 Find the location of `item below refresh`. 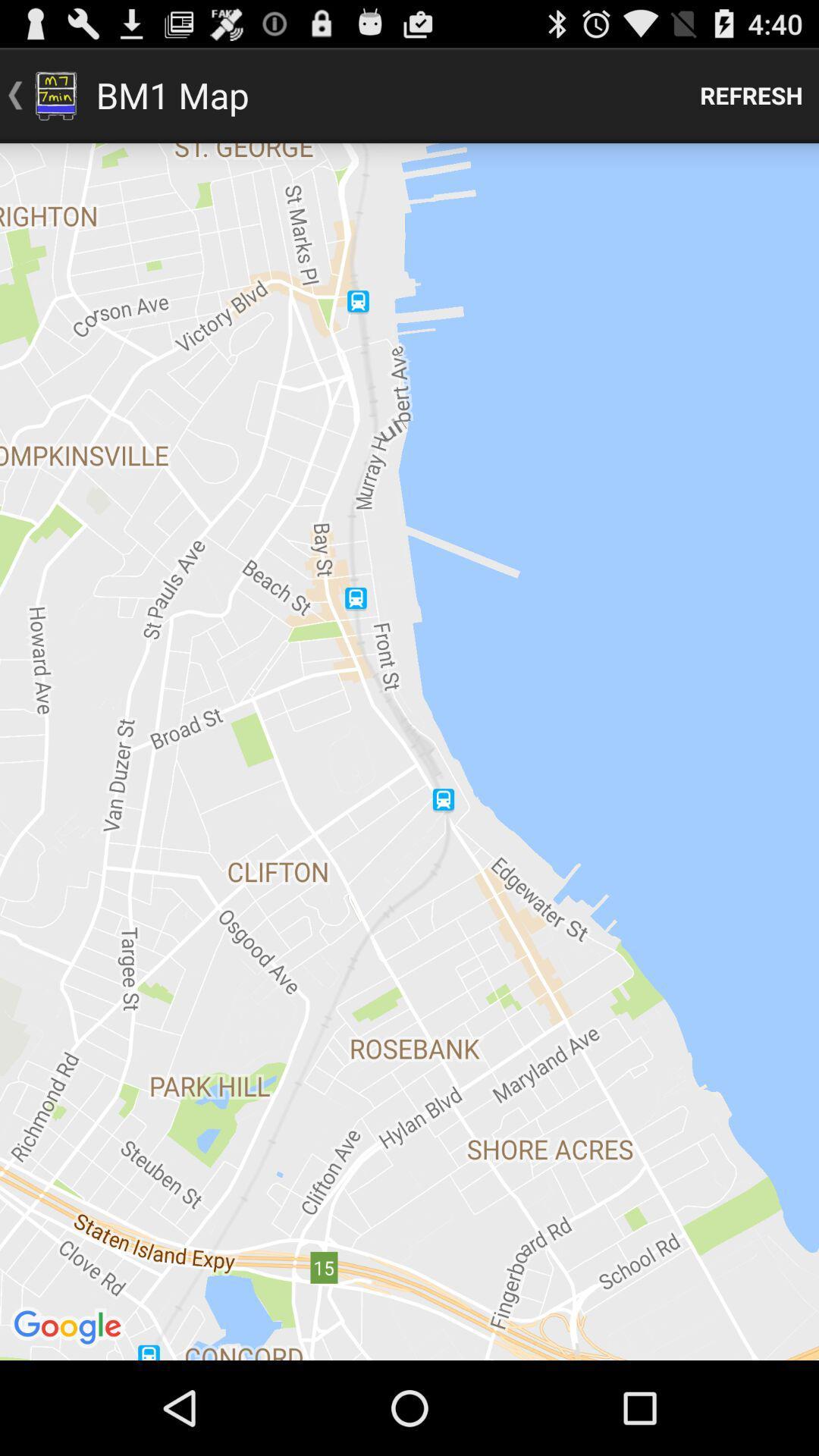

item below refresh is located at coordinates (409, 752).